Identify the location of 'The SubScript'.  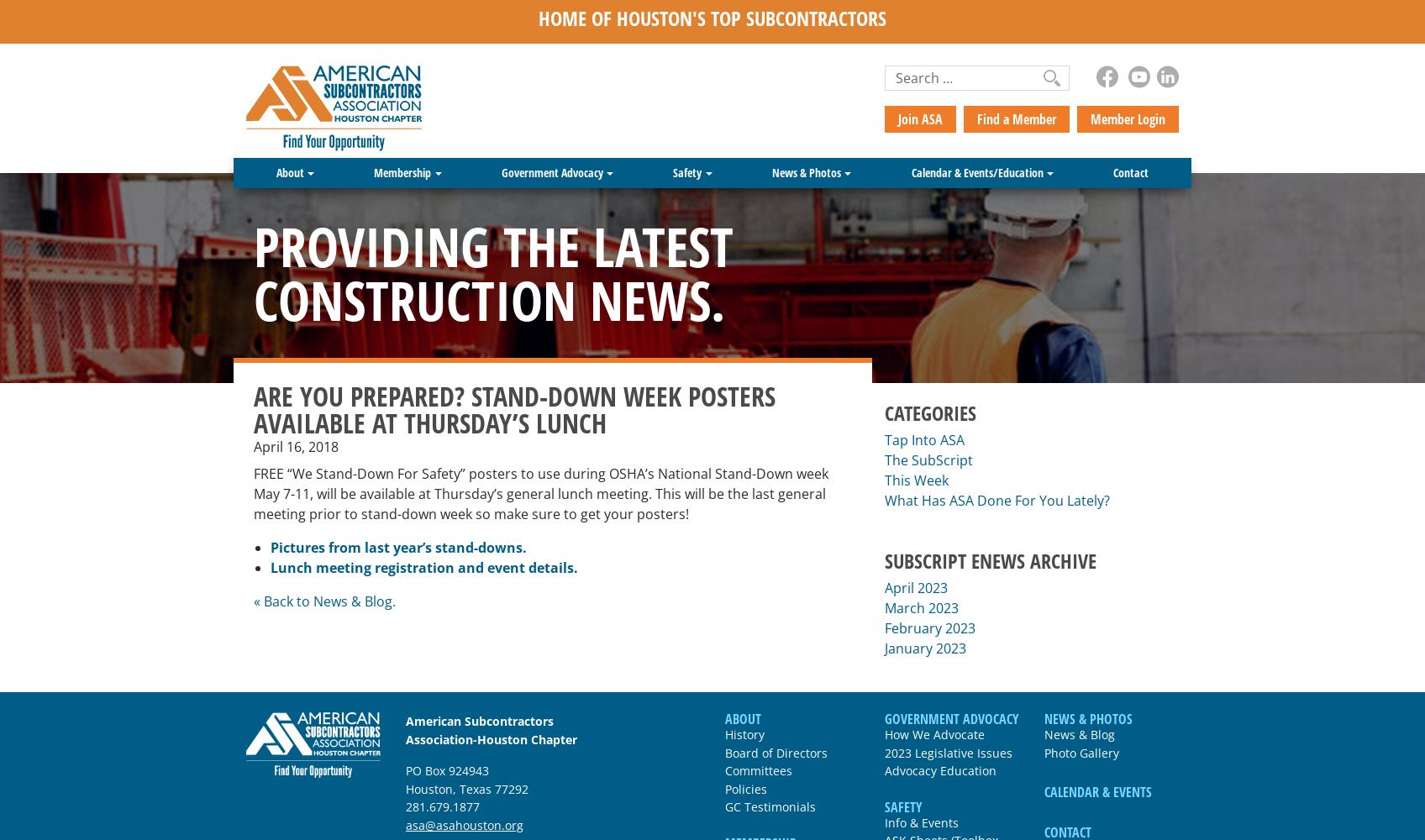
(885, 459).